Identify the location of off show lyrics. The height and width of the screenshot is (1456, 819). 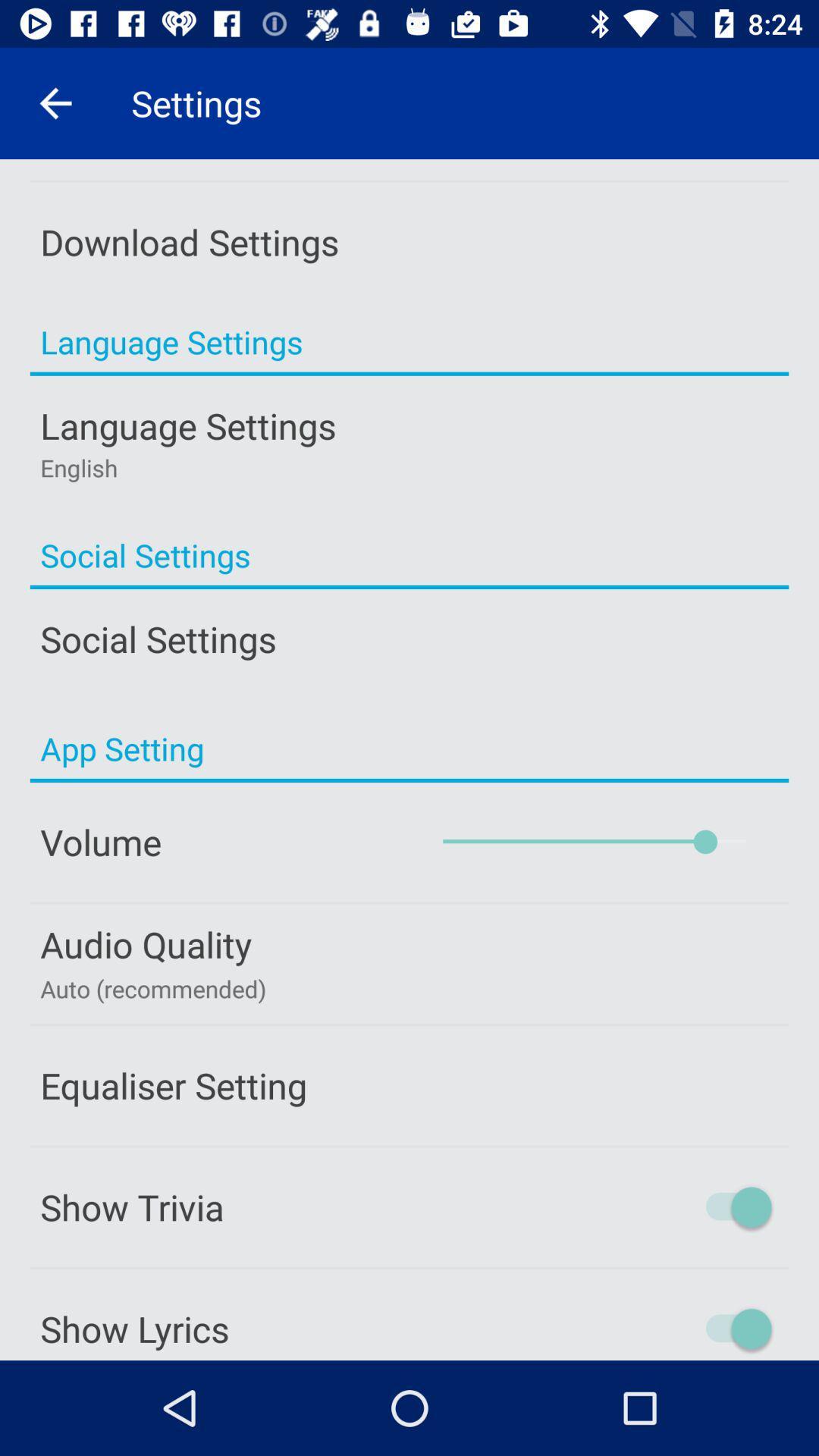
(673, 1328).